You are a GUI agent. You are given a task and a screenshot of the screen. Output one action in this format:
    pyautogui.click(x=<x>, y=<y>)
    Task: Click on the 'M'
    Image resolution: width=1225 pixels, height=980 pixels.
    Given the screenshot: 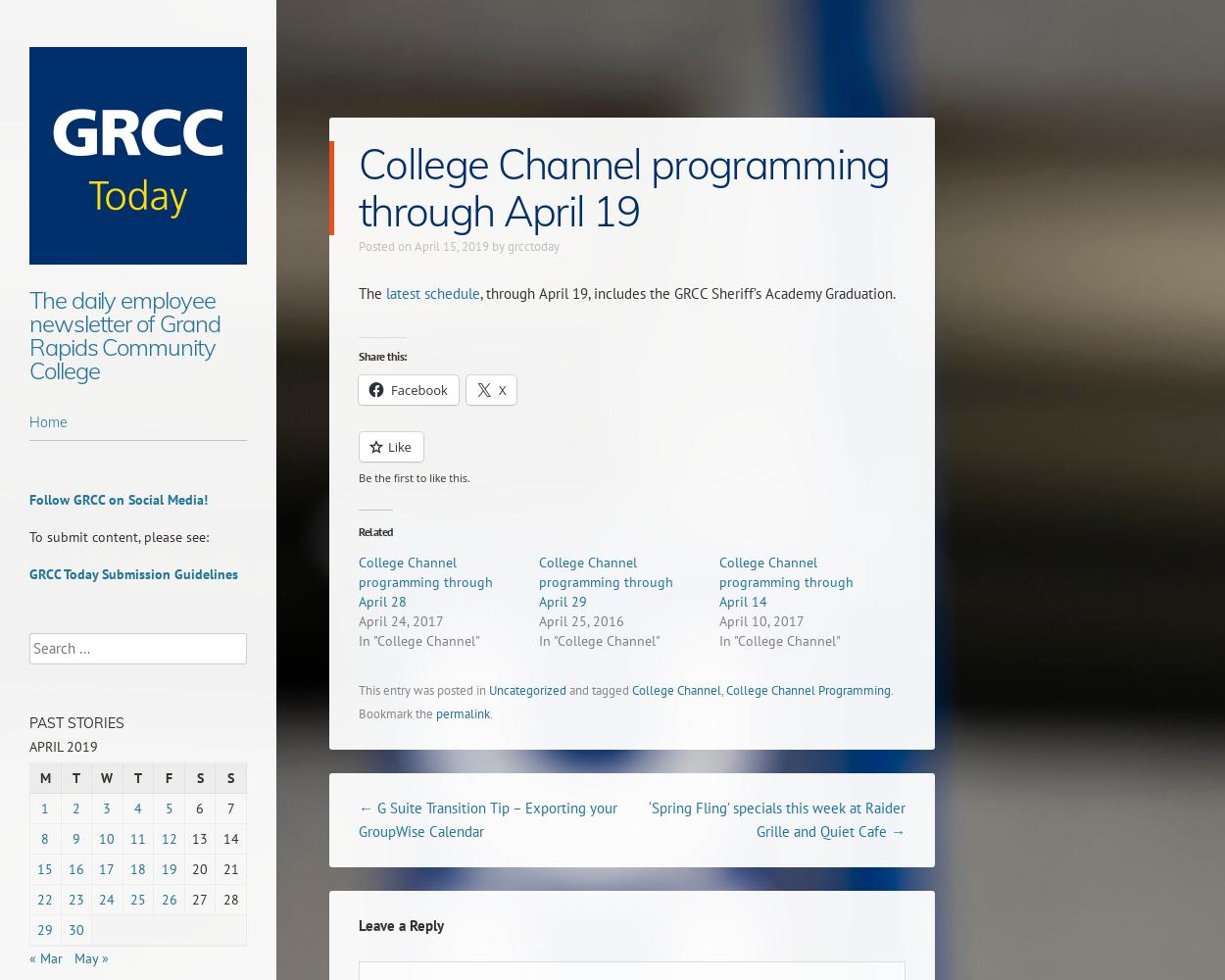 What is the action you would take?
    pyautogui.click(x=44, y=778)
    